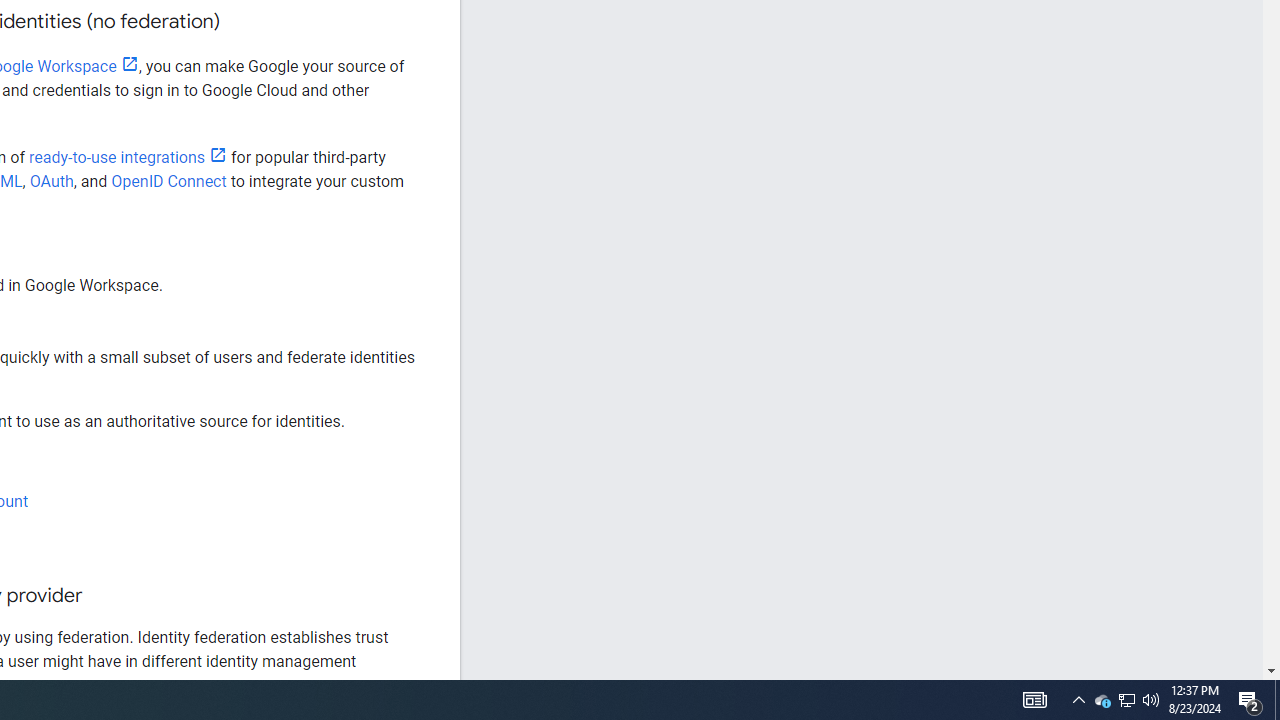  I want to click on 'OAuth', so click(51, 181).